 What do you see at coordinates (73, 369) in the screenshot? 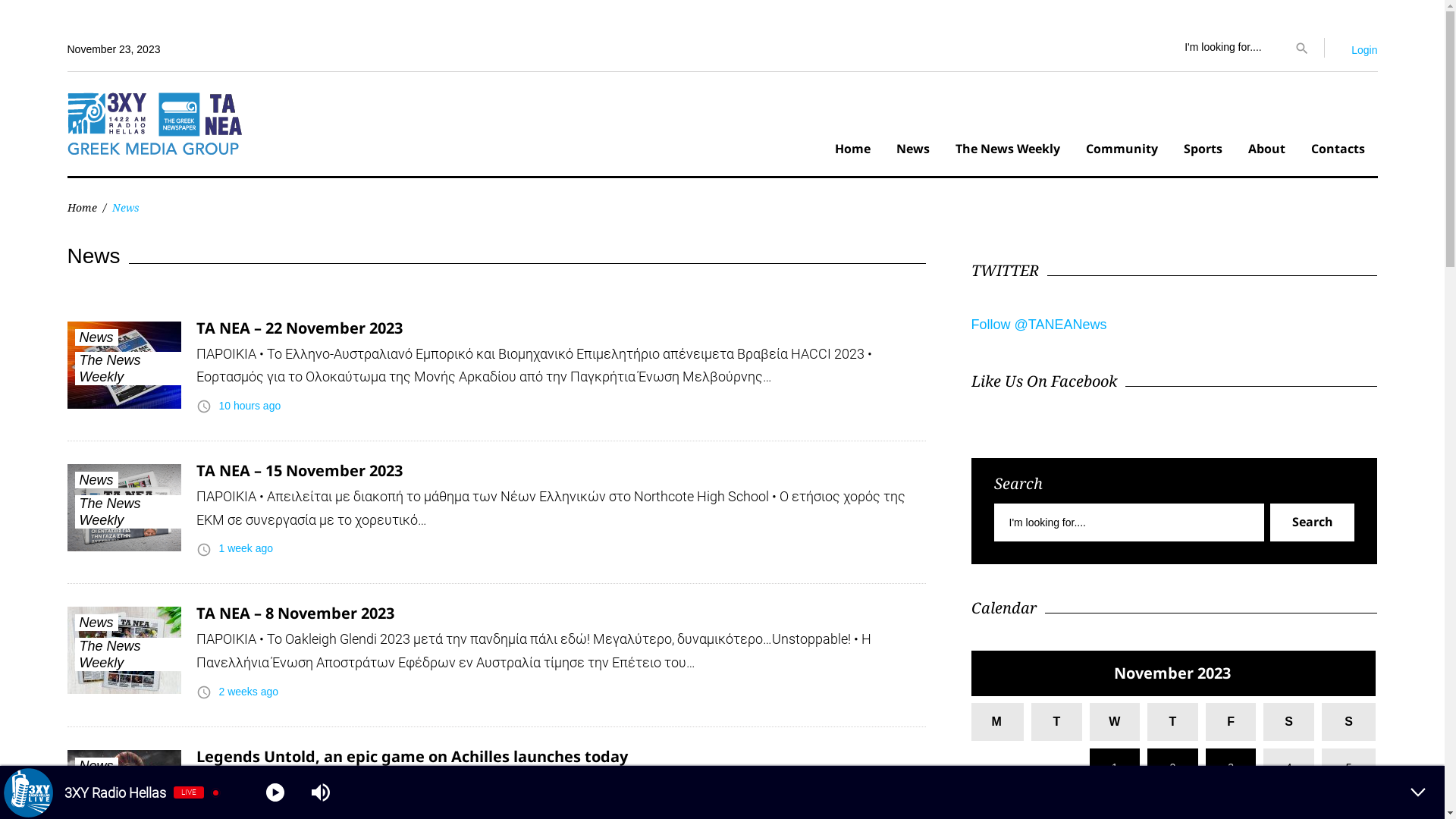
I see `'The News Weekly'` at bounding box center [73, 369].